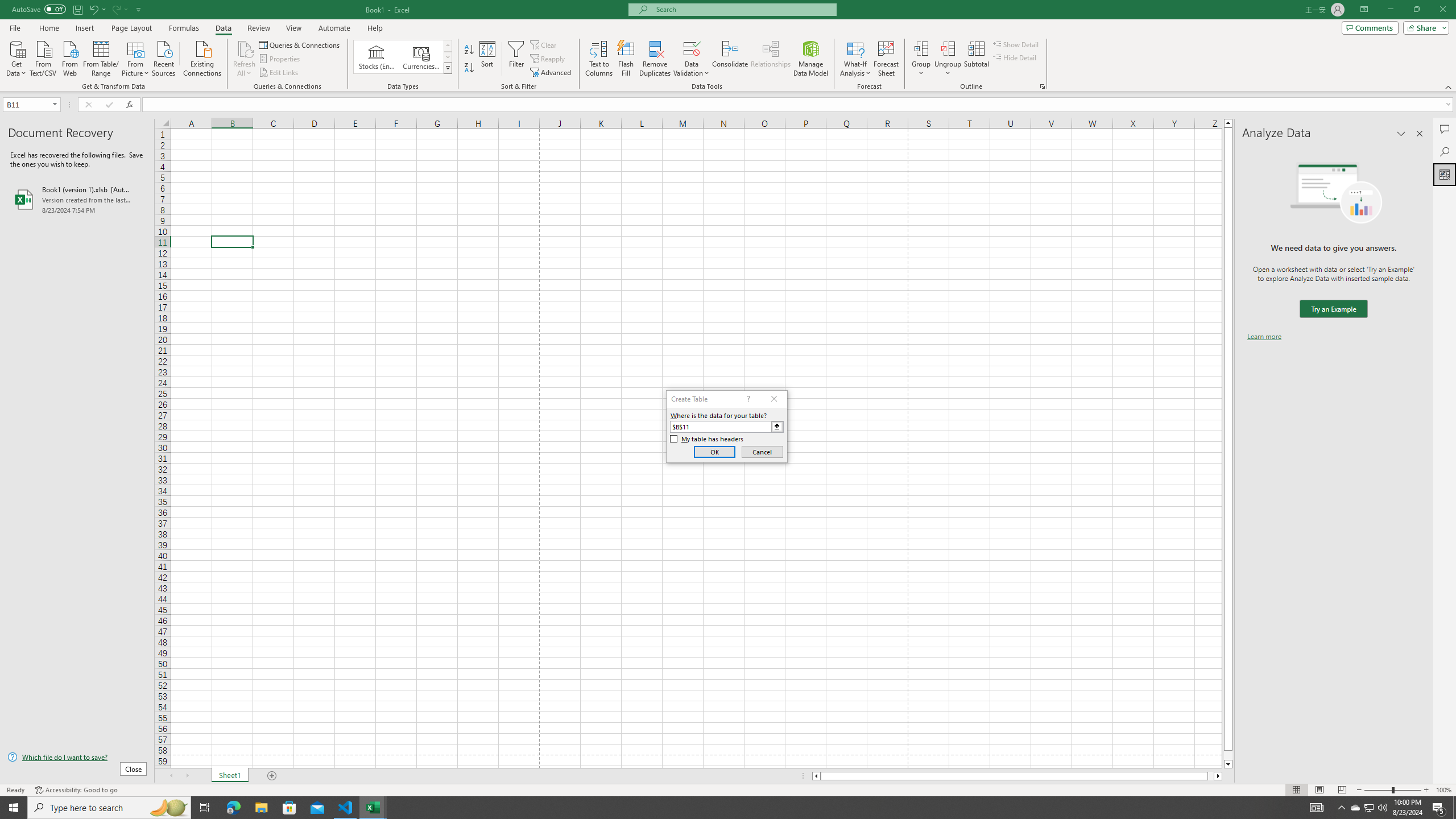 The width and height of the screenshot is (1456, 819). What do you see at coordinates (185, 28) in the screenshot?
I see `'Formulas'` at bounding box center [185, 28].